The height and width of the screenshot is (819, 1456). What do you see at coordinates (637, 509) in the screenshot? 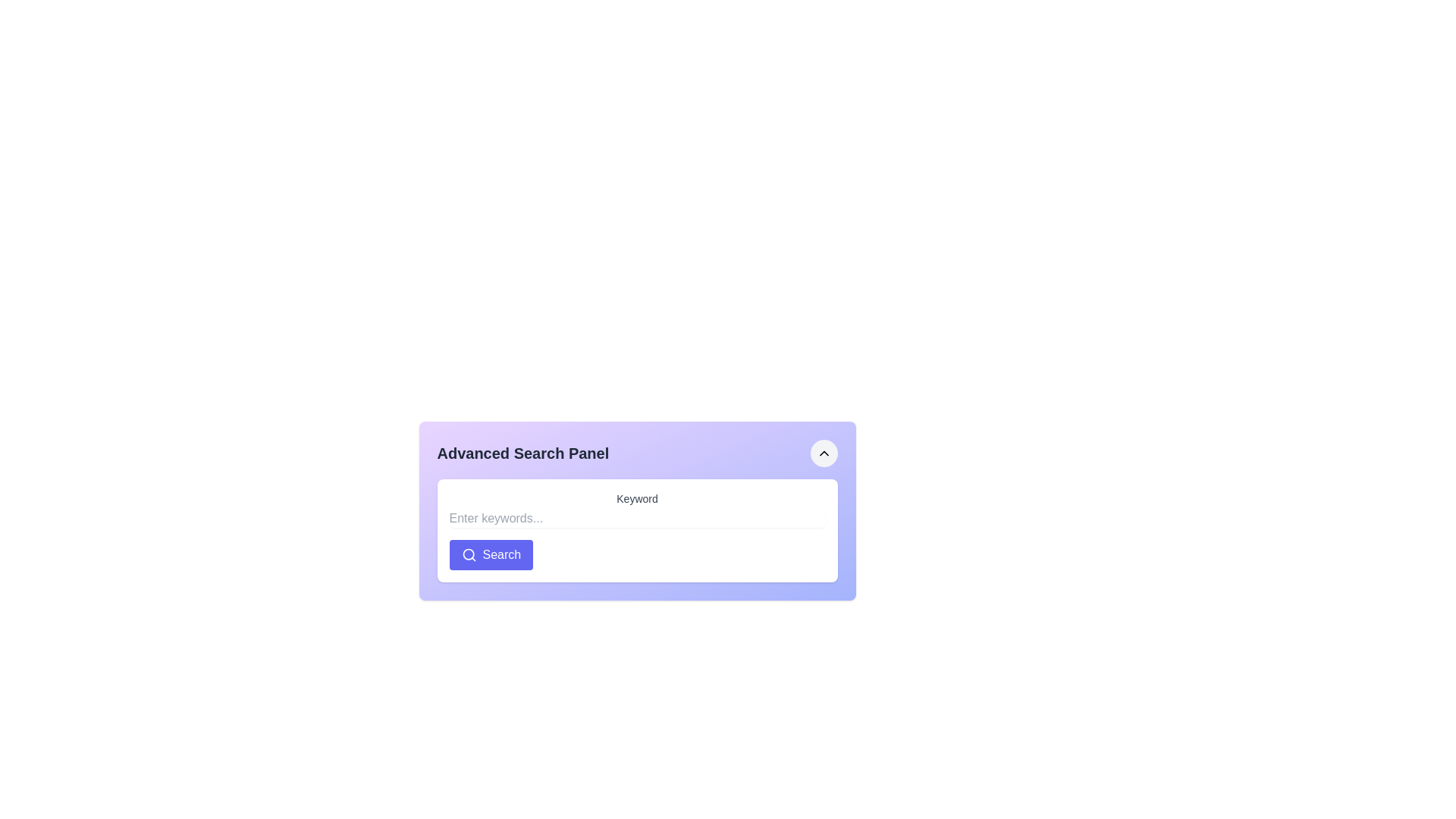
I see `the static text label displaying the word 'Keyword', which is styled with a small font size and medium gray color, positioned centrally above the input field in the 'Keyword Search' panel` at bounding box center [637, 509].